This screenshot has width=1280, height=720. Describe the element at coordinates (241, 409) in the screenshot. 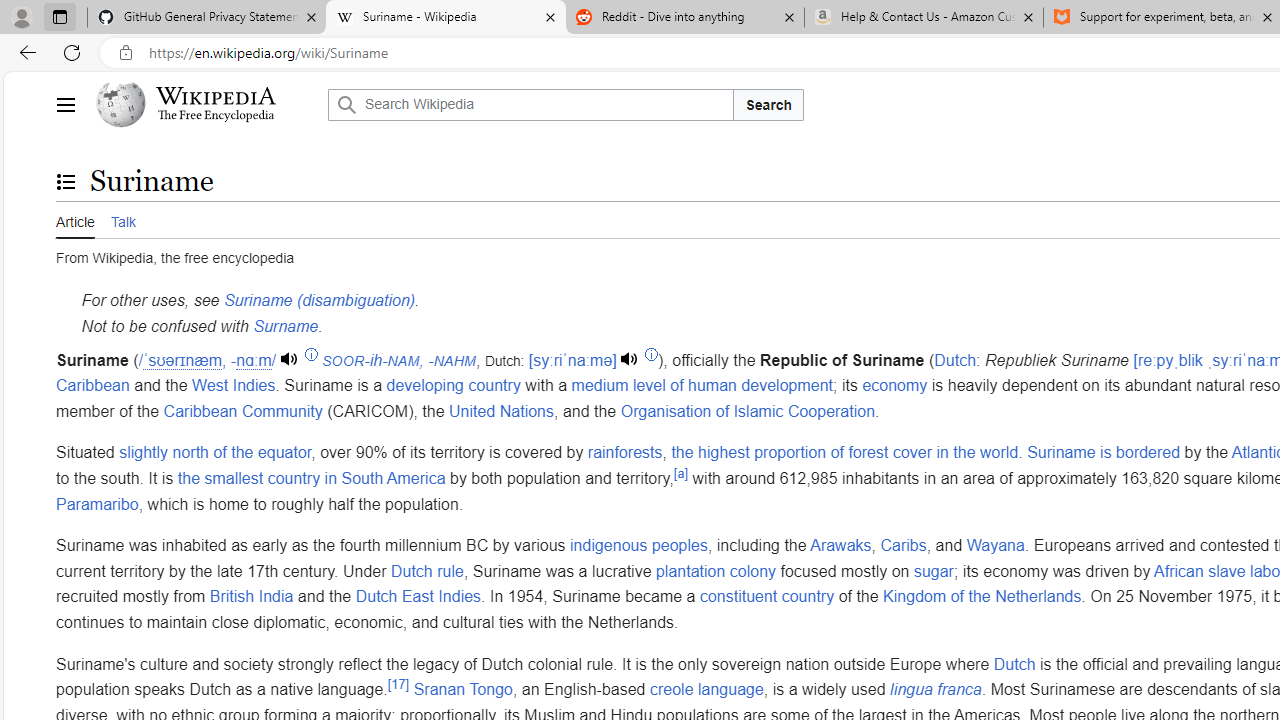

I see `'Caribbean Community'` at that location.